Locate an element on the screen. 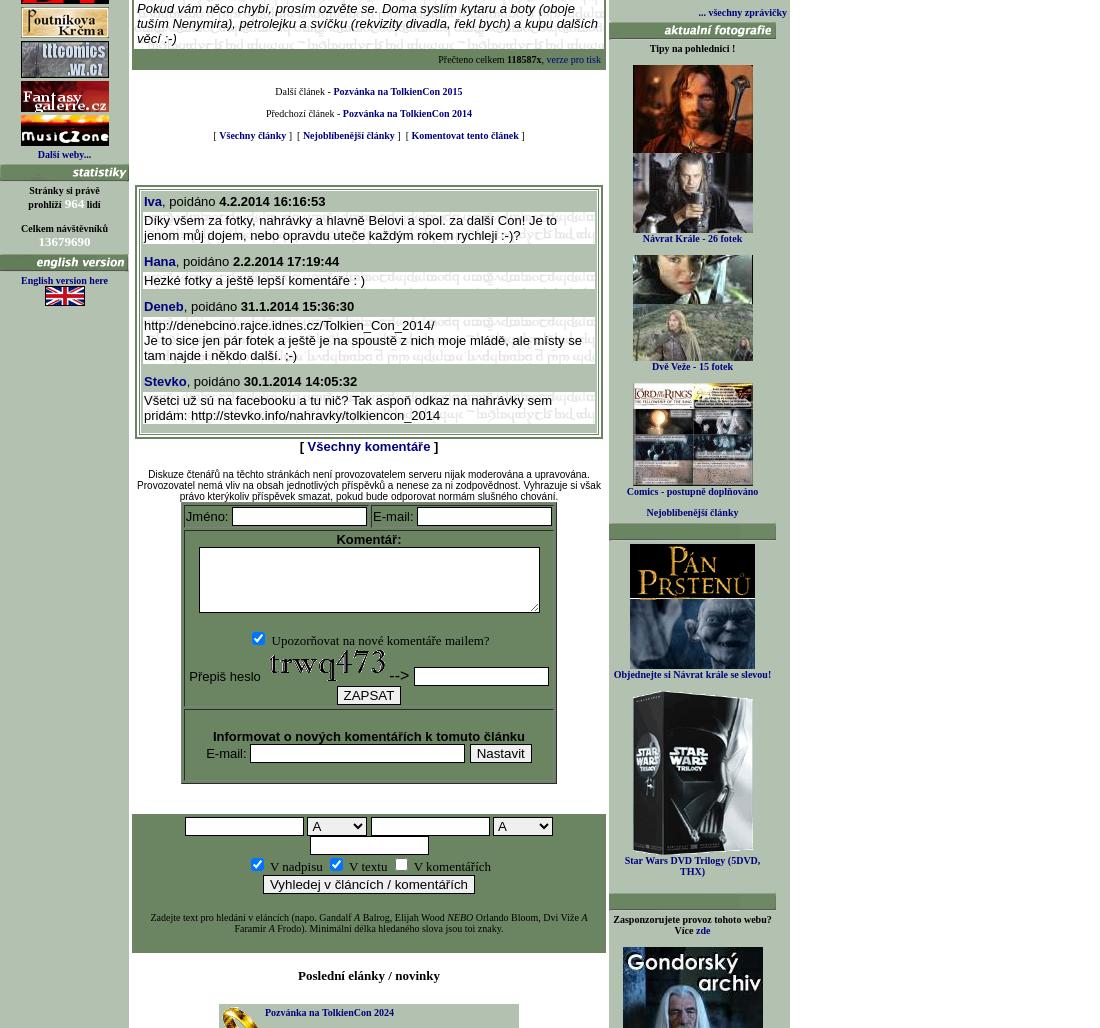 This screenshot has width=1100, height=1028. 'Frodo). Minimální délka hledaného slova jsou toi znaky.' is located at coordinates (388, 928).